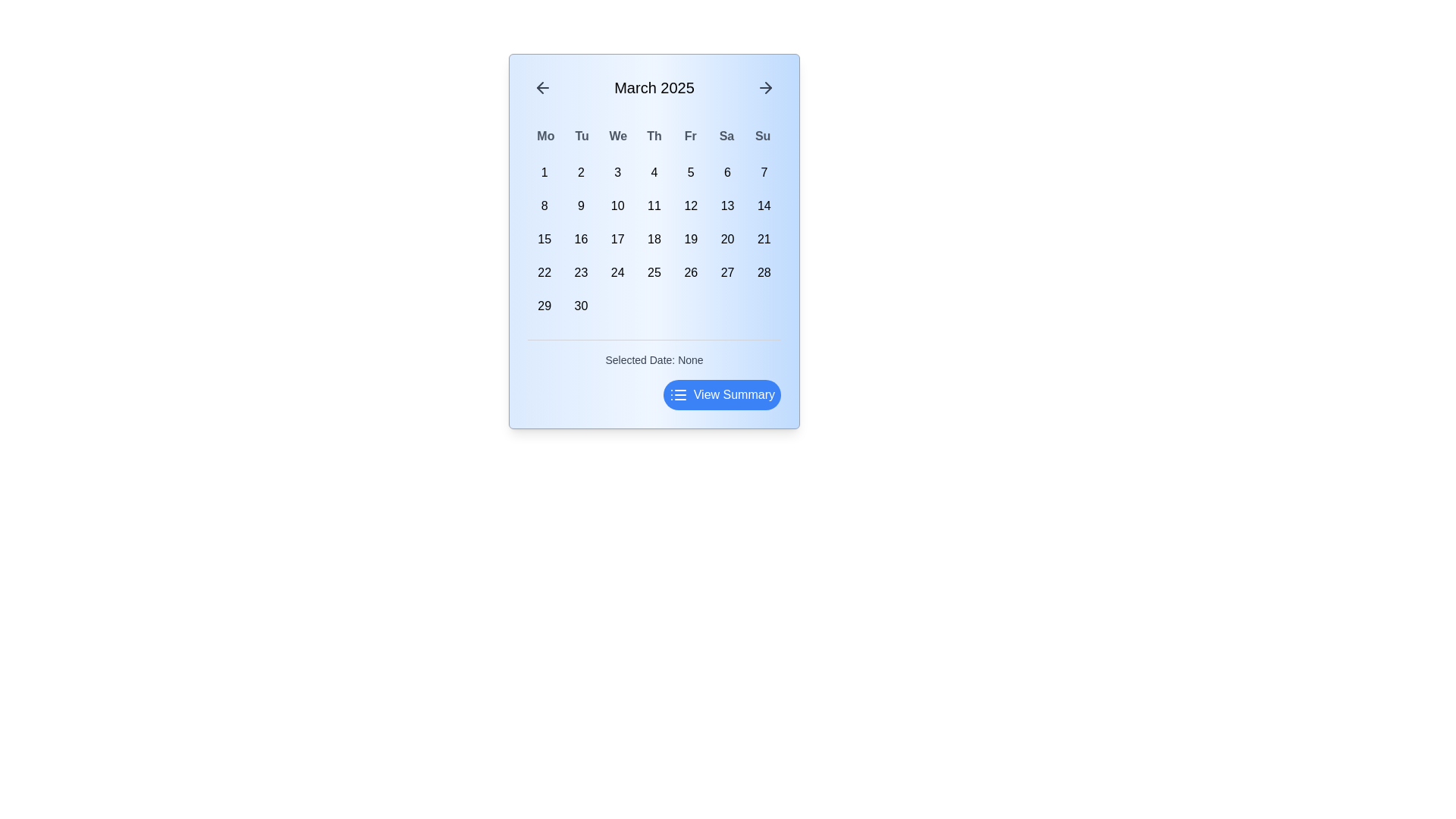 This screenshot has height=819, width=1456. What do you see at coordinates (617, 239) in the screenshot?
I see `the active button with the text '17' centered inside, located in the third column of the third row of the calendar grid` at bounding box center [617, 239].